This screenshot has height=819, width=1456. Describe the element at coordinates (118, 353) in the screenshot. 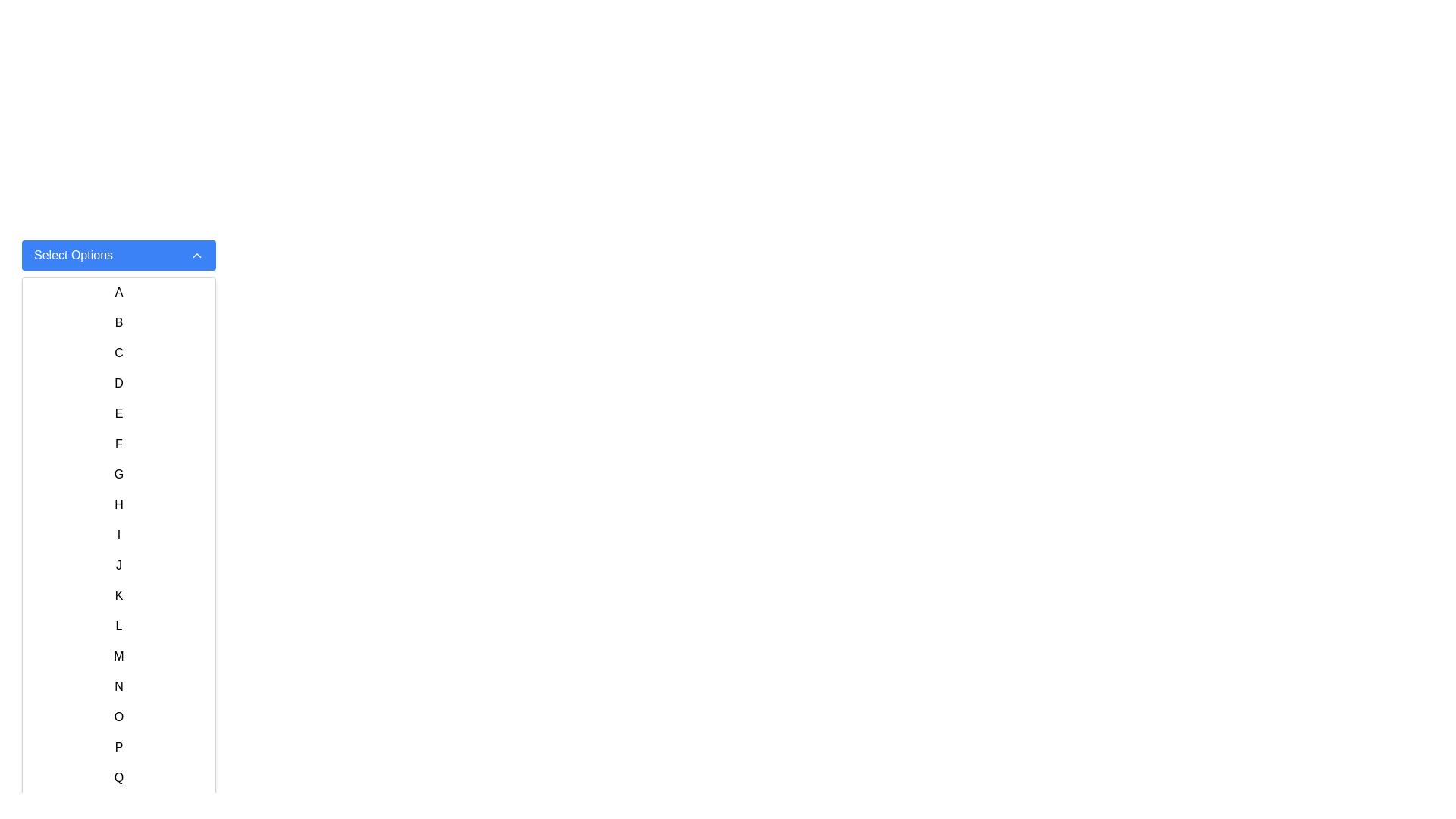

I see `the text item 'C' in the dropdown menu, which is the third item in the list labeled 'Select Options'` at that location.